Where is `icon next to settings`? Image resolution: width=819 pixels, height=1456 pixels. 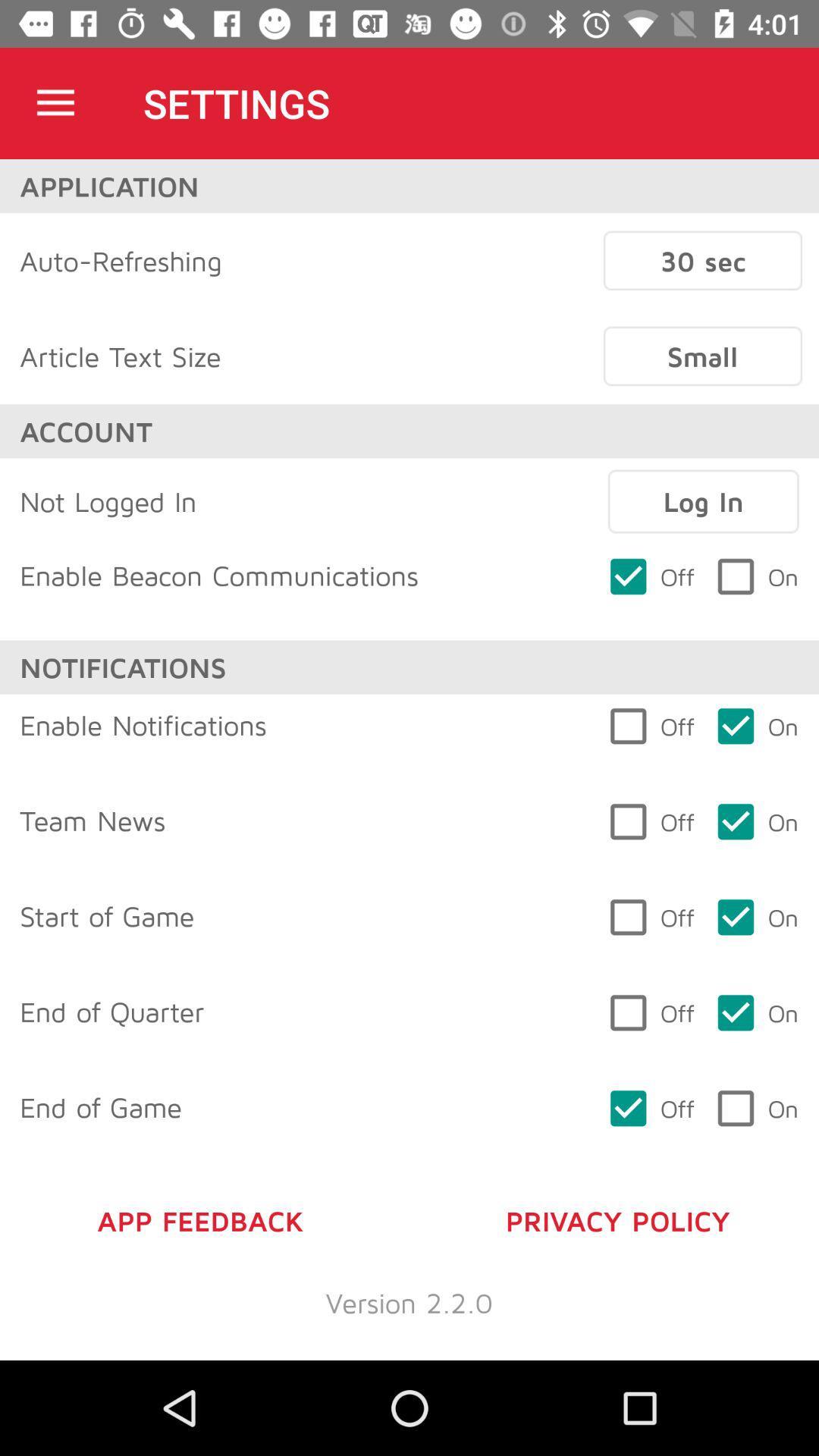 icon next to settings is located at coordinates (55, 102).